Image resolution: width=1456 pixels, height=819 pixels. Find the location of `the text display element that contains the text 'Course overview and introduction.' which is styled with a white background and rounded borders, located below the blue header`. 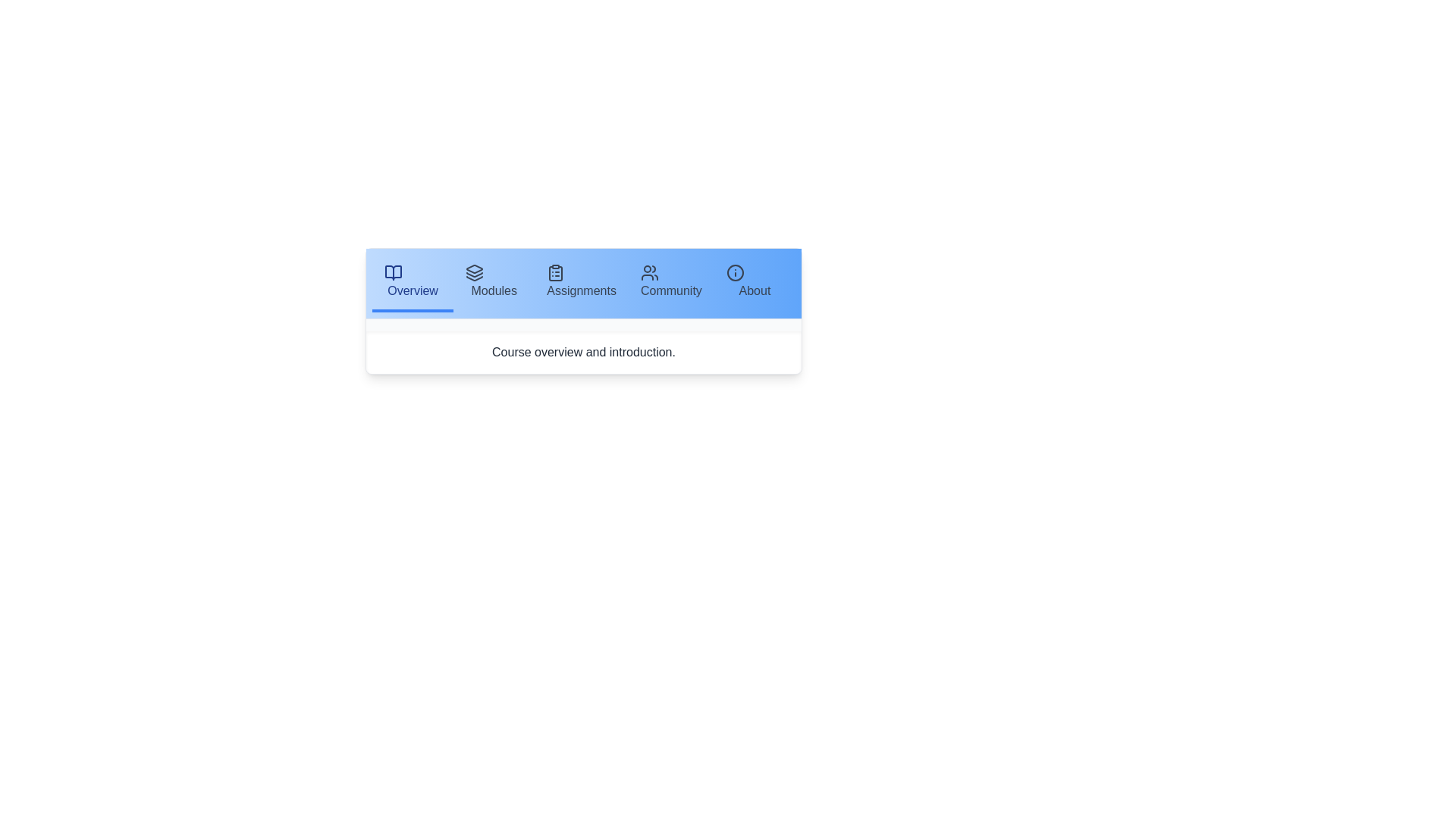

the text display element that contains the text 'Course overview and introduction.' which is styled with a white background and rounded borders, located below the blue header is located at coordinates (582, 353).